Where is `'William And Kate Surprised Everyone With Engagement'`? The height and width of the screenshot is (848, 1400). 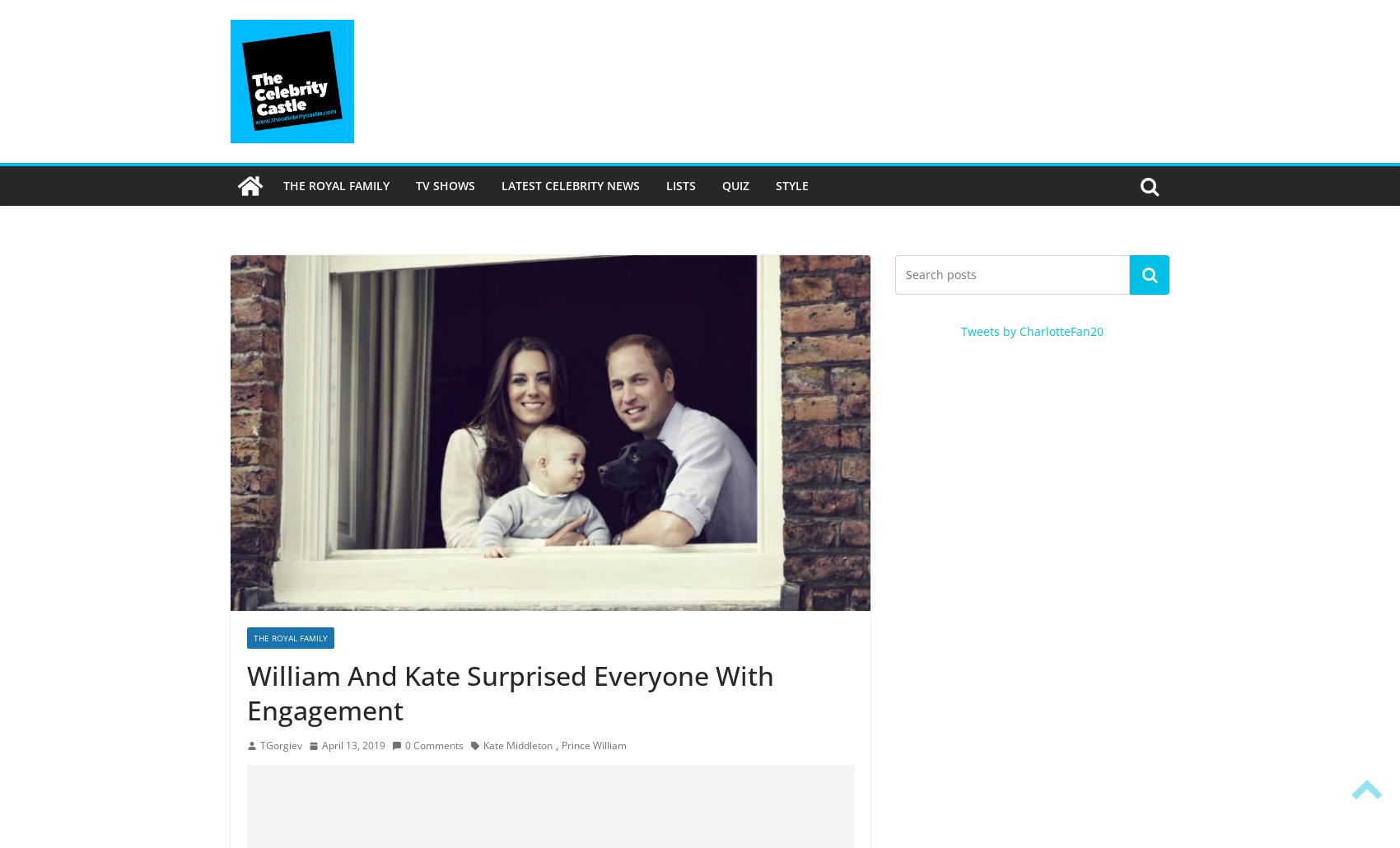 'William And Kate Surprised Everyone With Engagement' is located at coordinates (509, 691).